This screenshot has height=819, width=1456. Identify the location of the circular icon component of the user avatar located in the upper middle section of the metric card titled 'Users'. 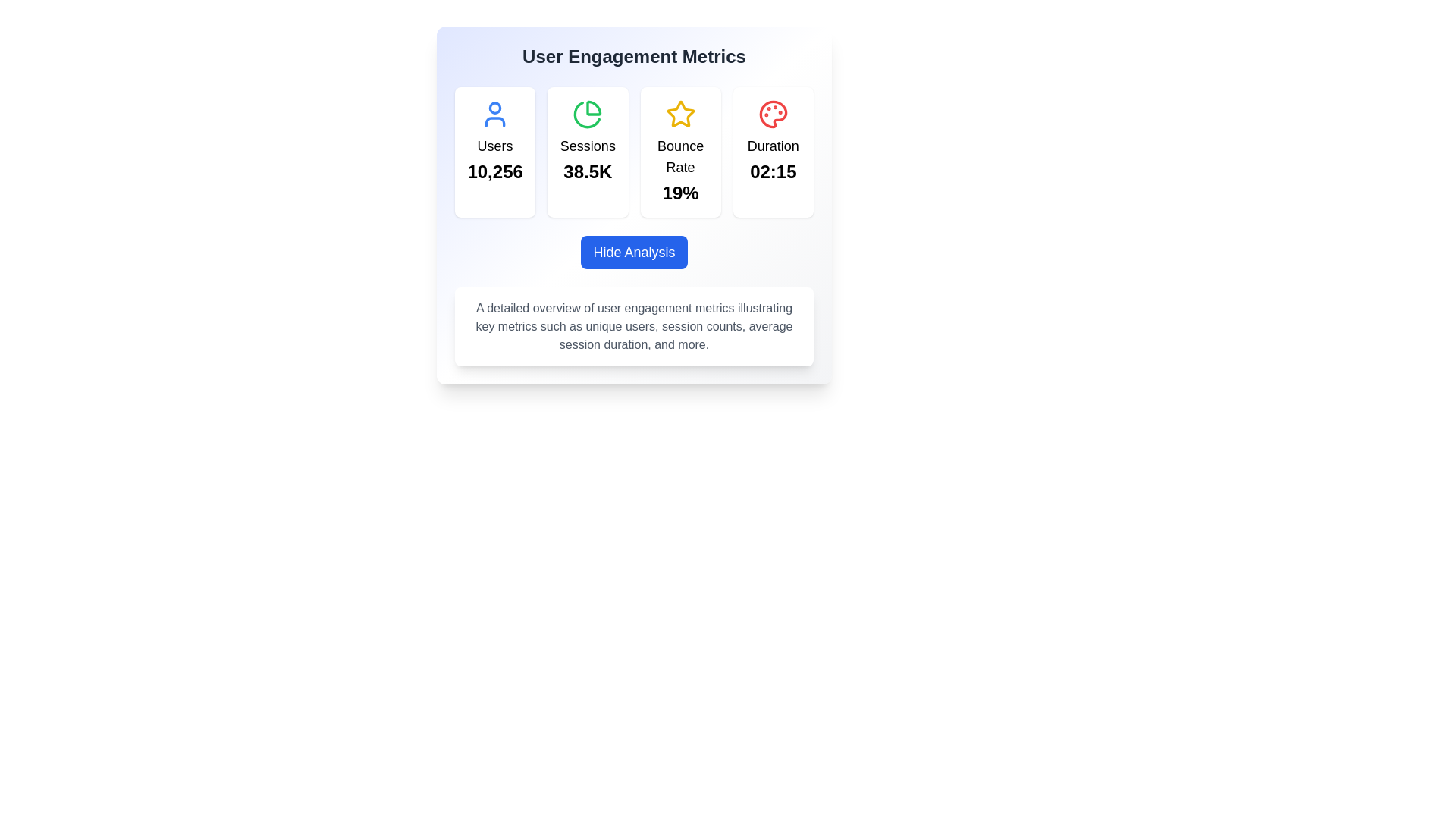
(495, 107).